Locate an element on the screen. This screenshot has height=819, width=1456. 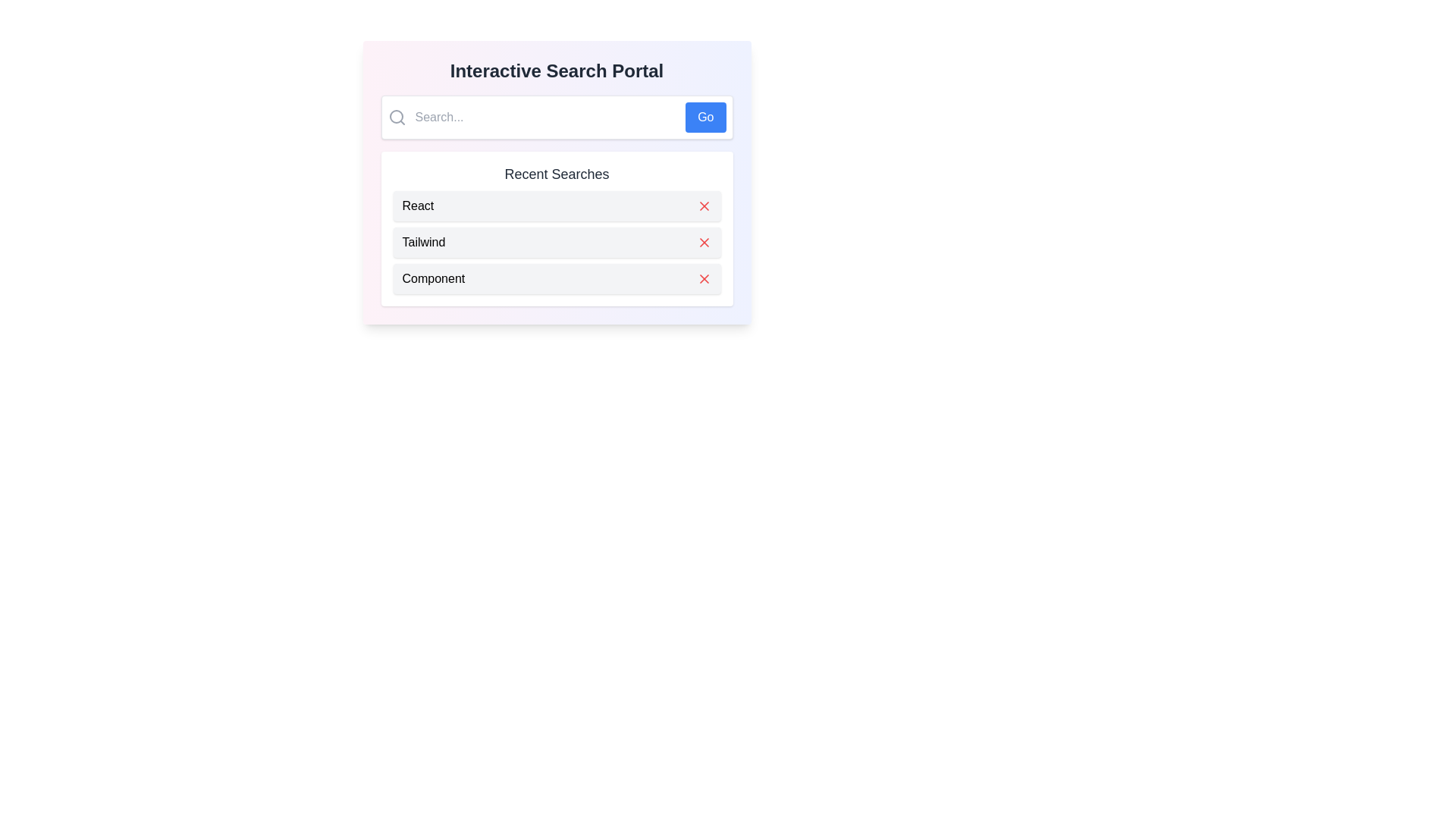
the 'Go' button is located at coordinates (704, 116).